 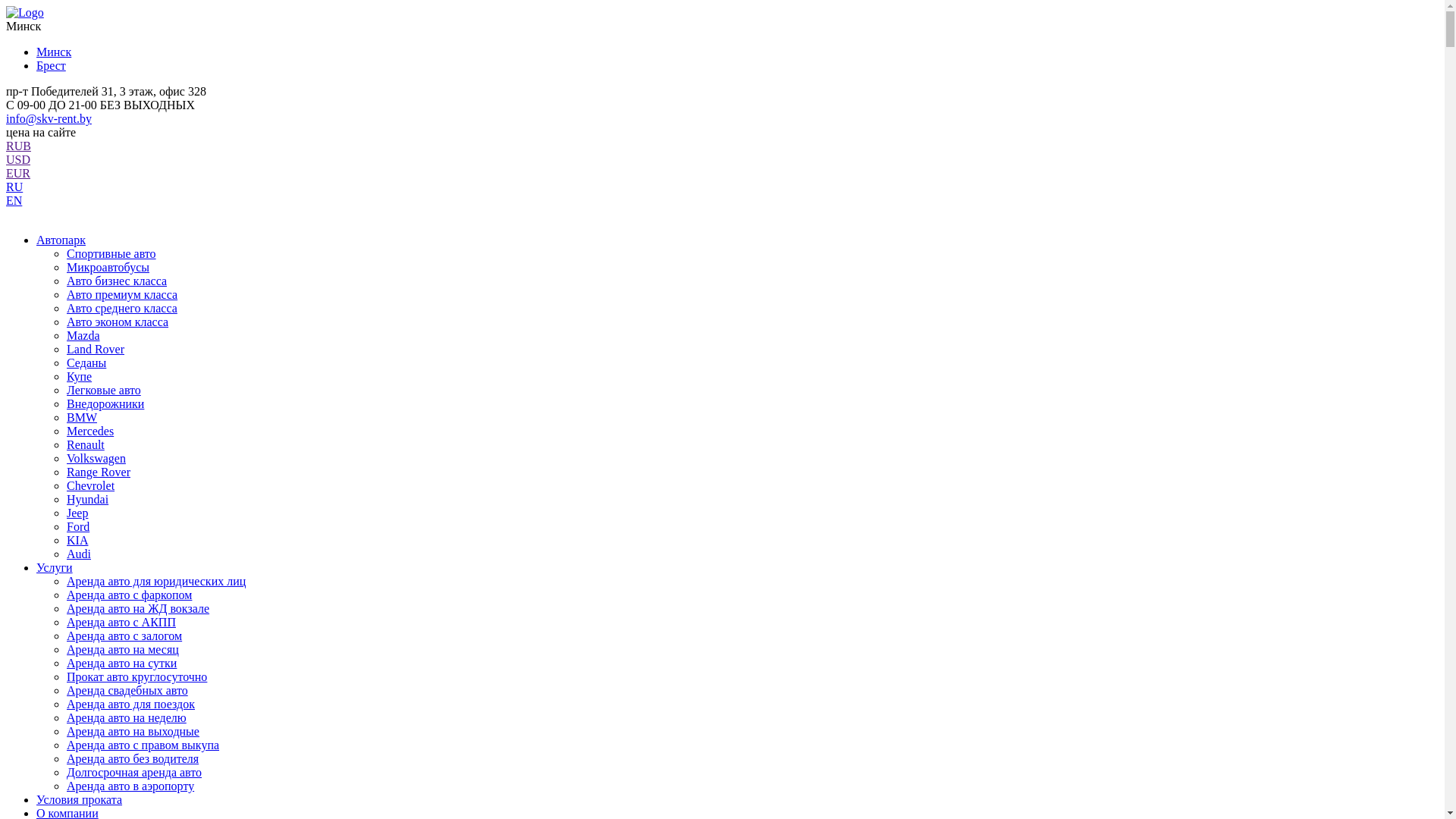 What do you see at coordinates (78, 554) in the screenshot?
I see `'Audi'` at bounding box center [78, 554].